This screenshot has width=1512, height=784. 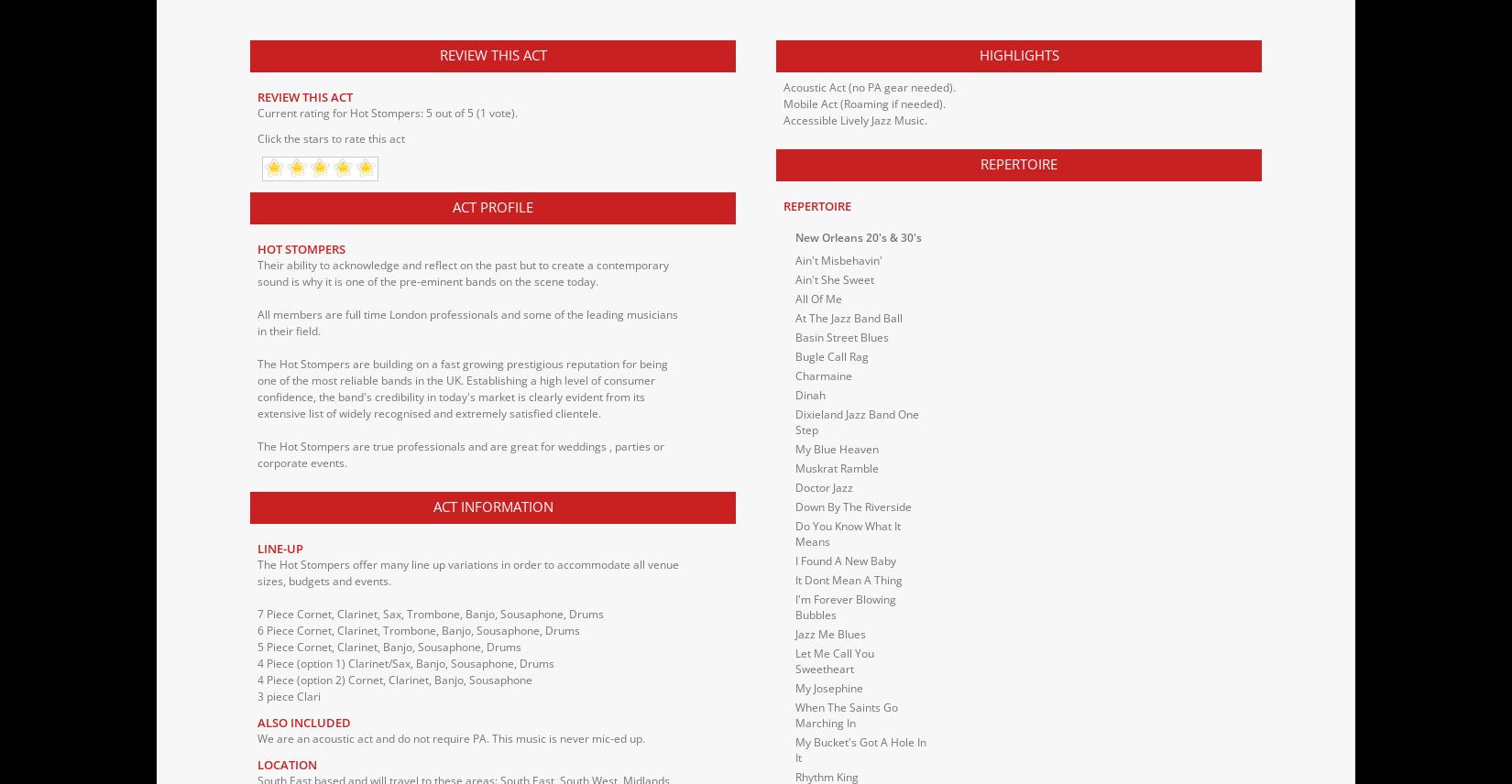 I want to click on '7 Piece Cornet, Clarinet, Sax, Trombone, Banjo, Sousaphone, Drums', so click(x=429, y=613).